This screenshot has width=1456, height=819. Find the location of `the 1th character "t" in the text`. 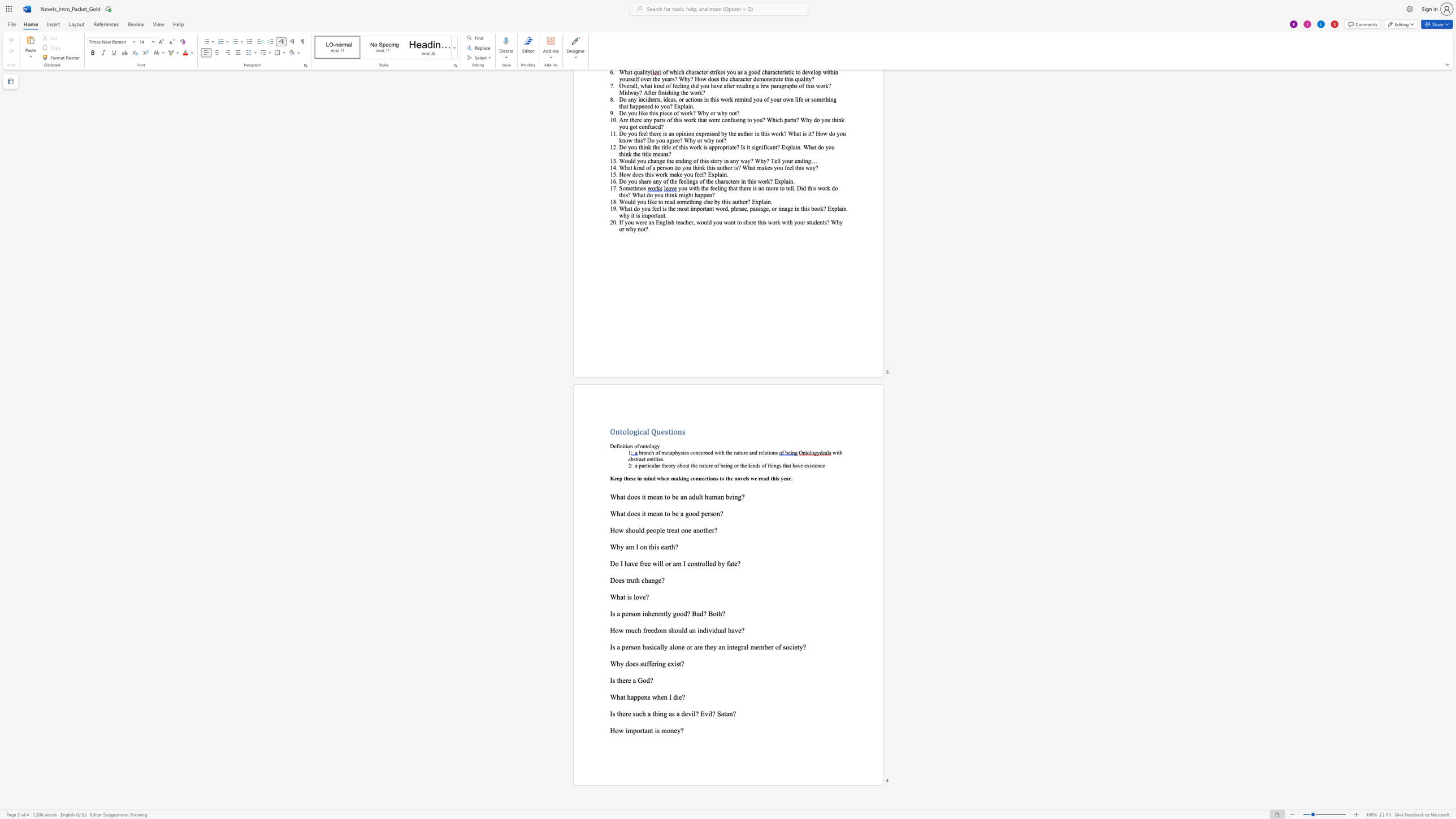

the 1th character "t" in the text is located at coordinates (627, 580).